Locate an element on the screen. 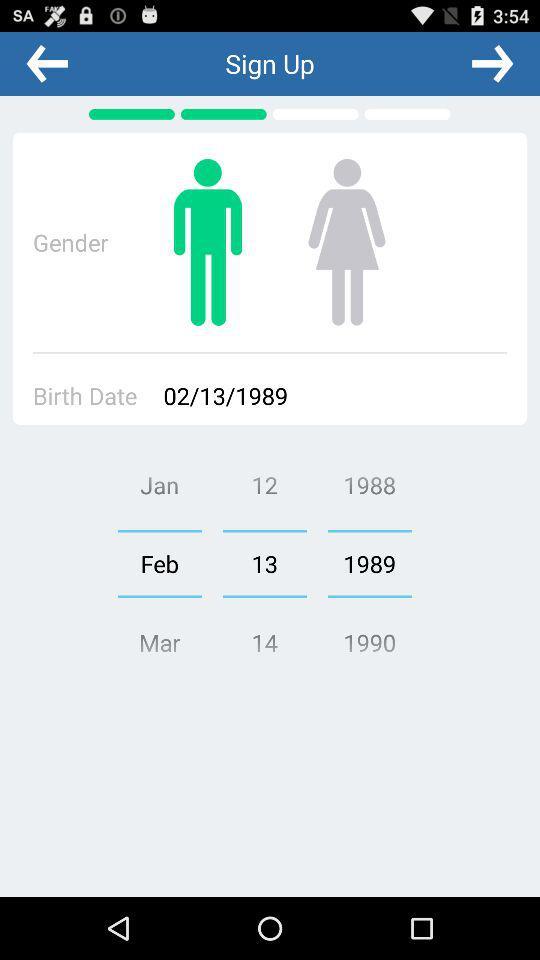  the app to the left of sign up app is located at coordinates (47, 63).